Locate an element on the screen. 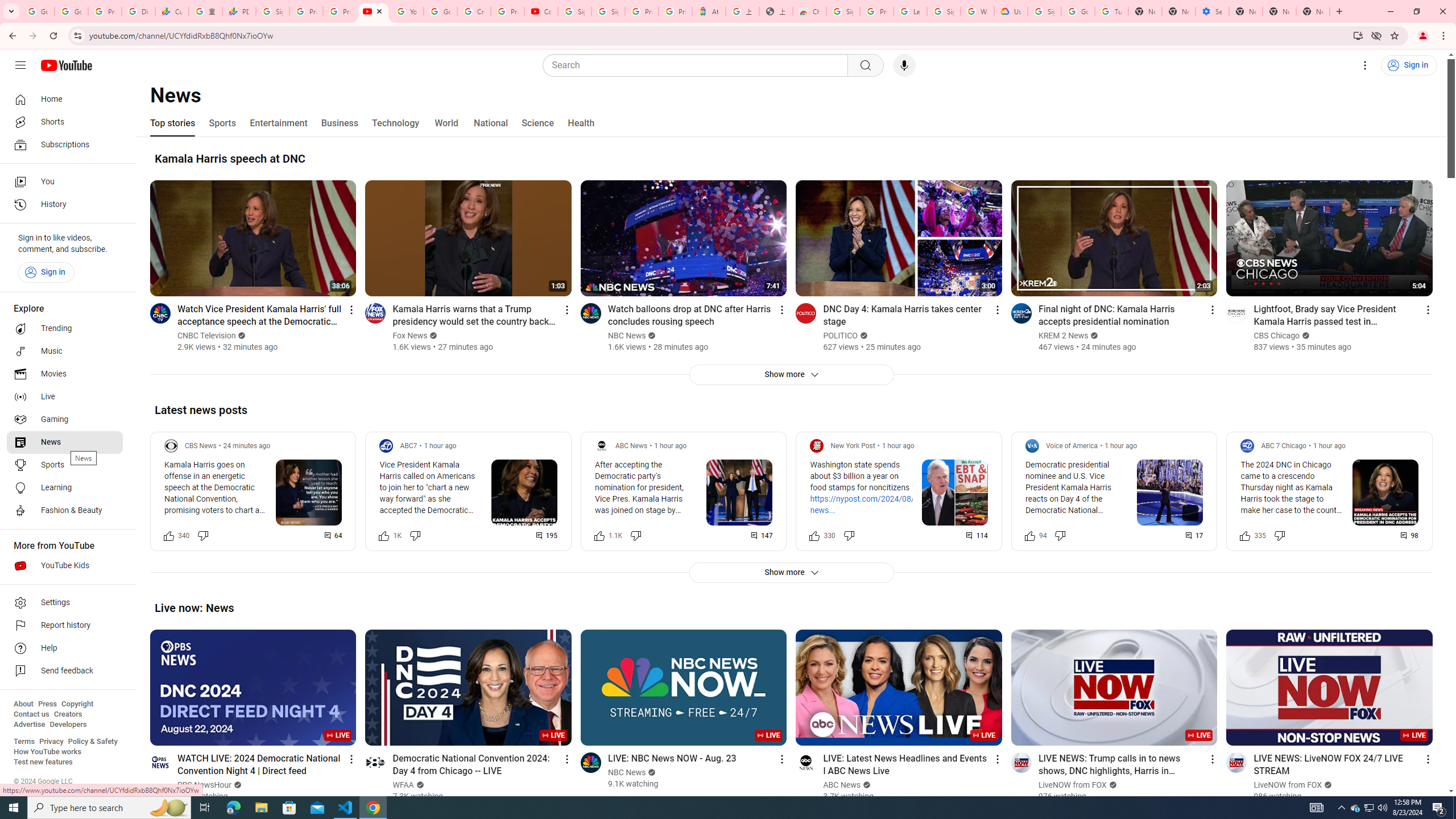  'LIVE: NBC News NOW - Aug. 23 by NBC News 665,260 views' is located at coordinates (672, 758).